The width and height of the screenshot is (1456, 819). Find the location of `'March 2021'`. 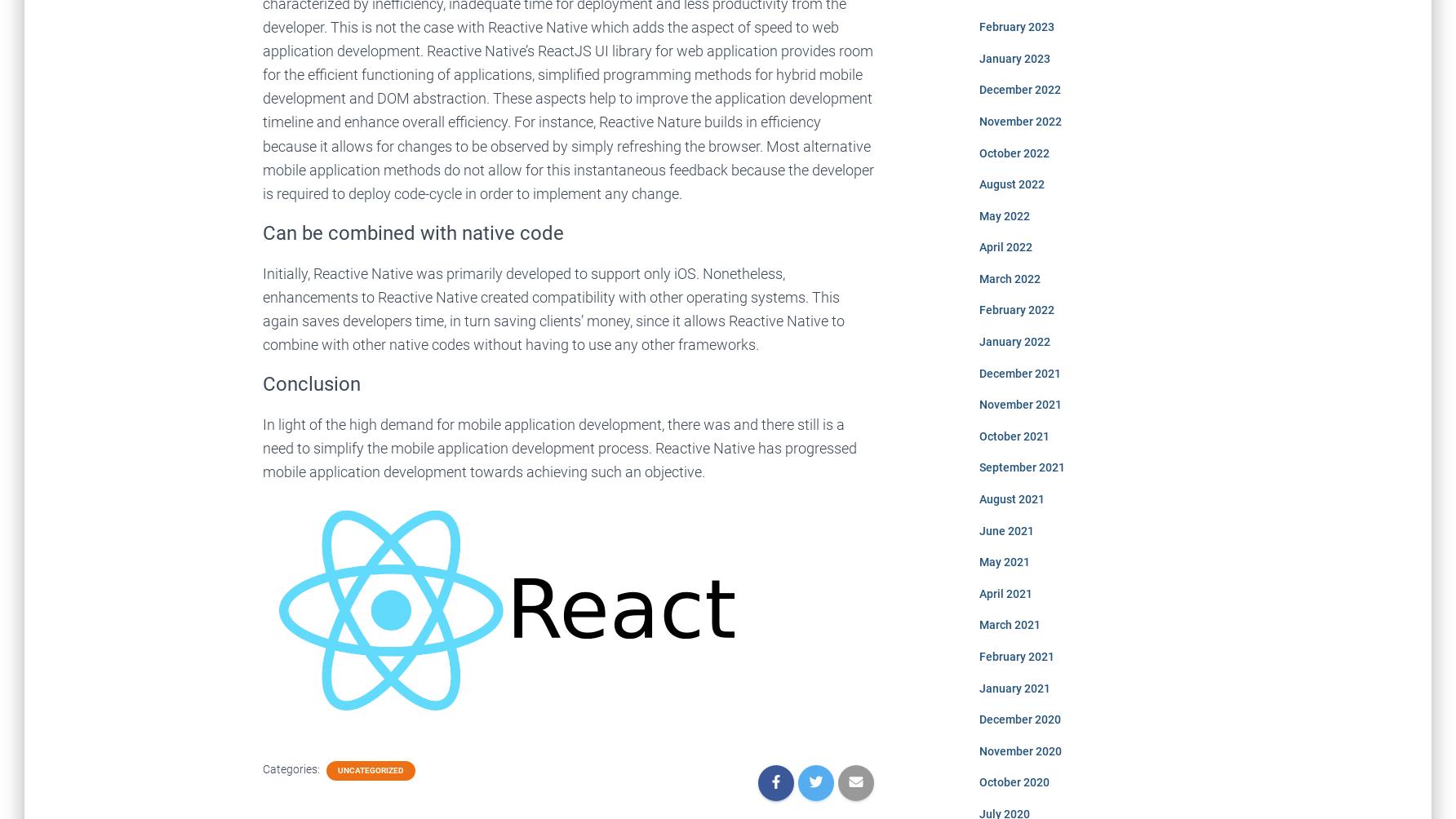

'March 2021' is located at coordinates (1008, 624).